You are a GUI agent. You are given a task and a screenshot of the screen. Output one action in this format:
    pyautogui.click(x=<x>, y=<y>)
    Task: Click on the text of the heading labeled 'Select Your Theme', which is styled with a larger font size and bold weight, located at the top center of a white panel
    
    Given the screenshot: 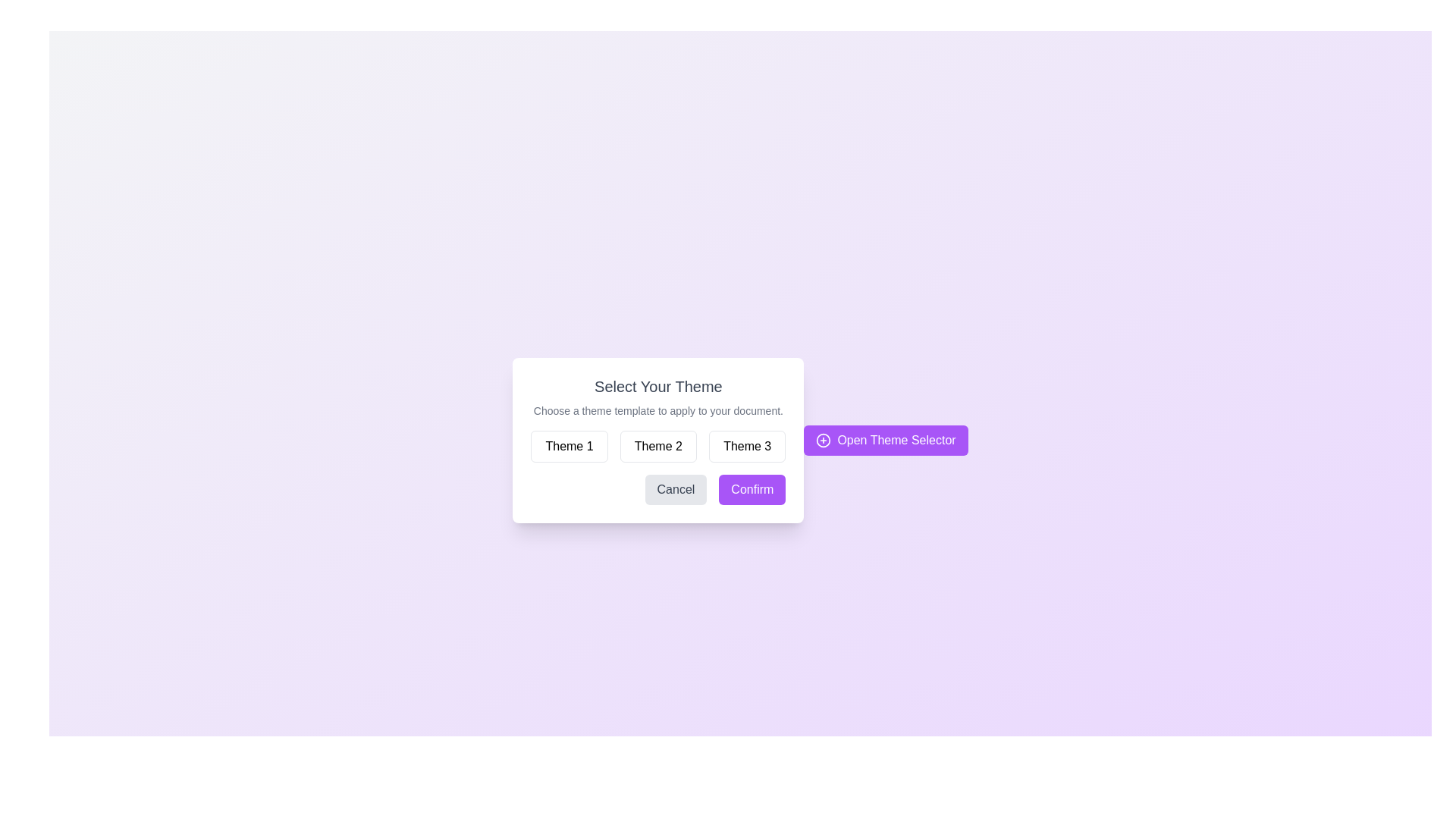 What is the action you would take?
    pyautogui.click(x=658, y=385)
    